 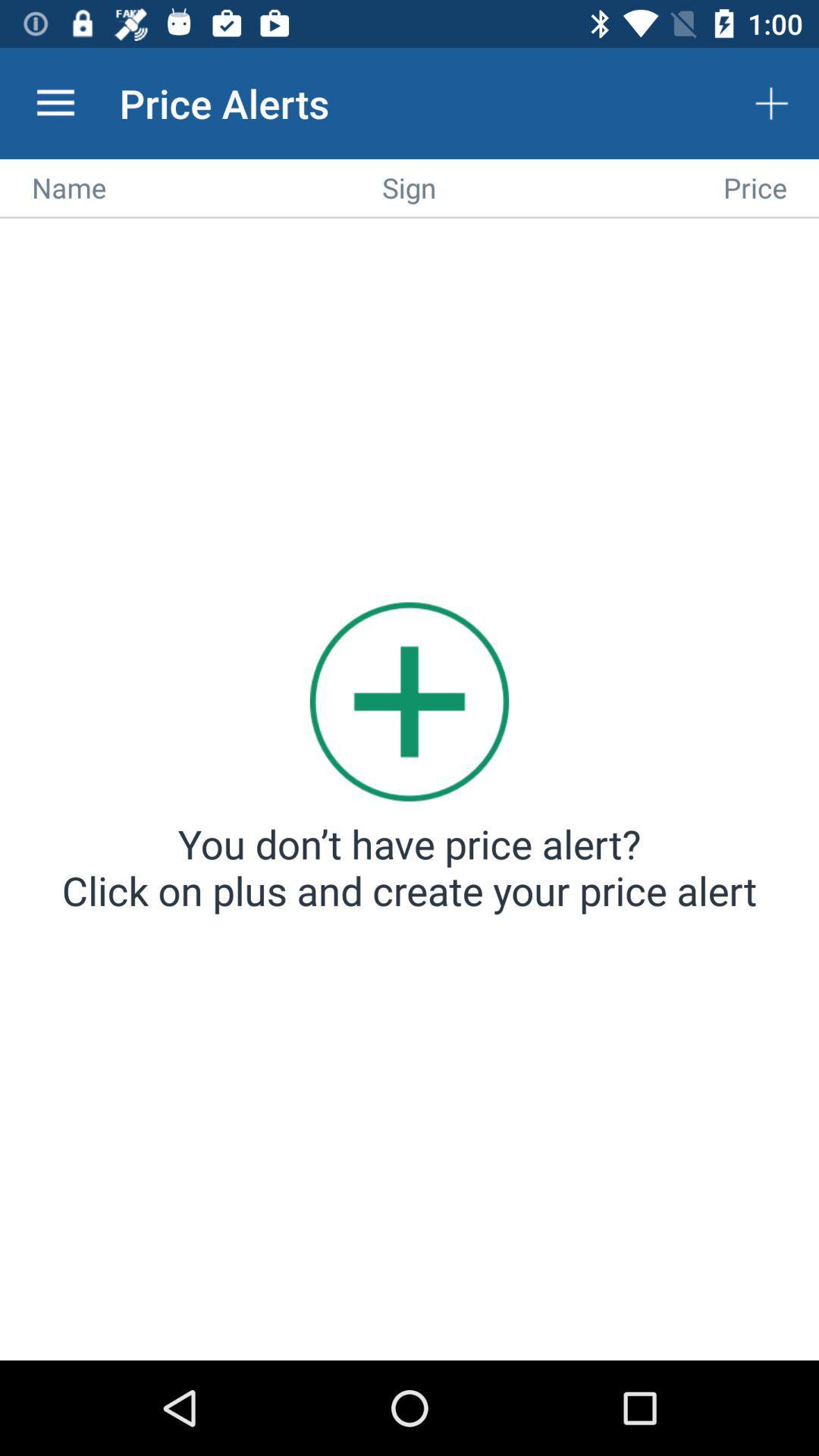 What do you see at coordinates (409, 790) in the screenshot?
I see `alert` at bounding box center [409, 790].